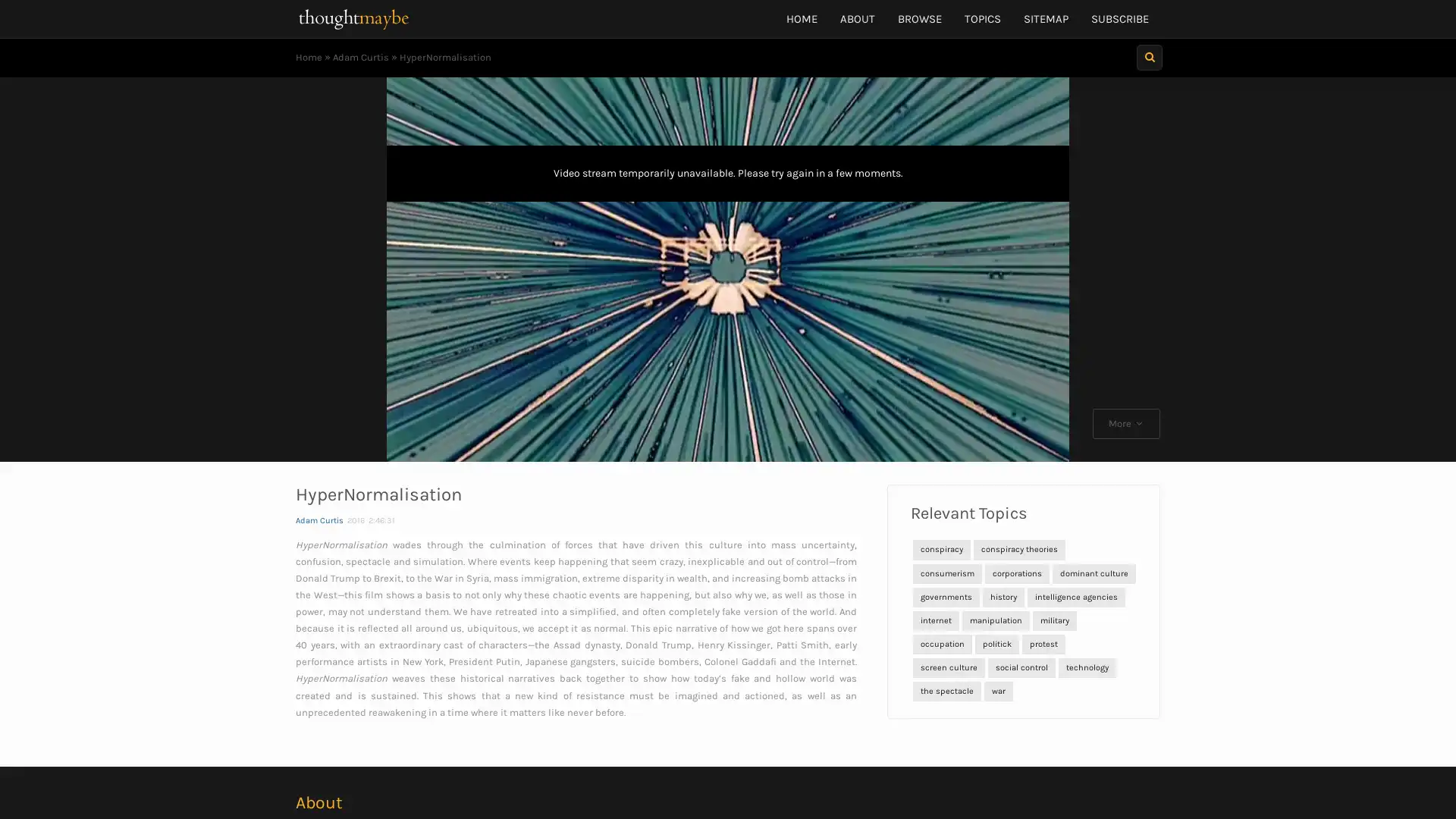 This screenshot has width=1456, height=819. I want to click on Skip back 10 seconds, so click(429, 446).